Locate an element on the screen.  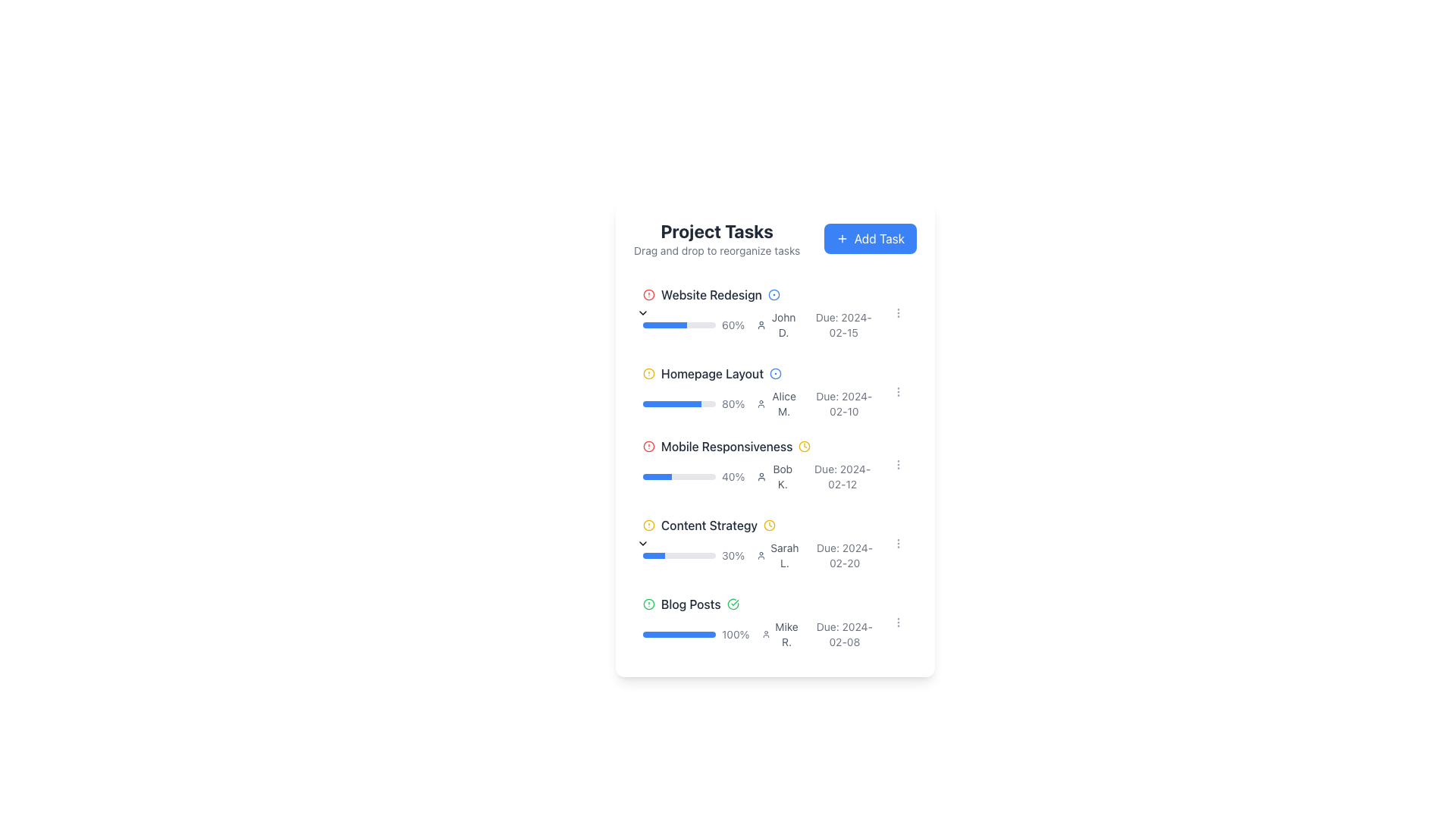
the user profile icon, which is a small circular line-art graphic located to the left of the name 'Mike R.' in the task row for 'Blog Posts' is located at coordinates (766, 635).